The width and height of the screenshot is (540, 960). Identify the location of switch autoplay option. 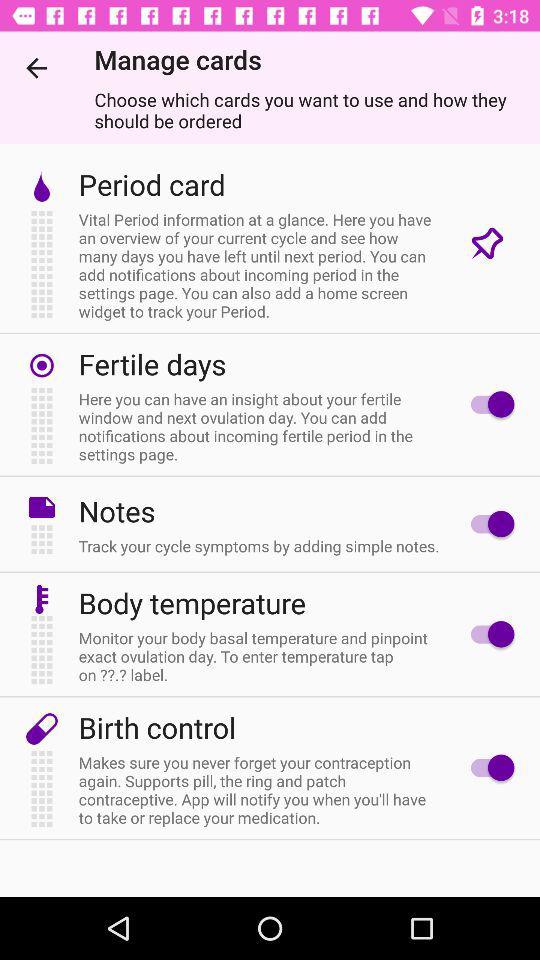
(486, 633).